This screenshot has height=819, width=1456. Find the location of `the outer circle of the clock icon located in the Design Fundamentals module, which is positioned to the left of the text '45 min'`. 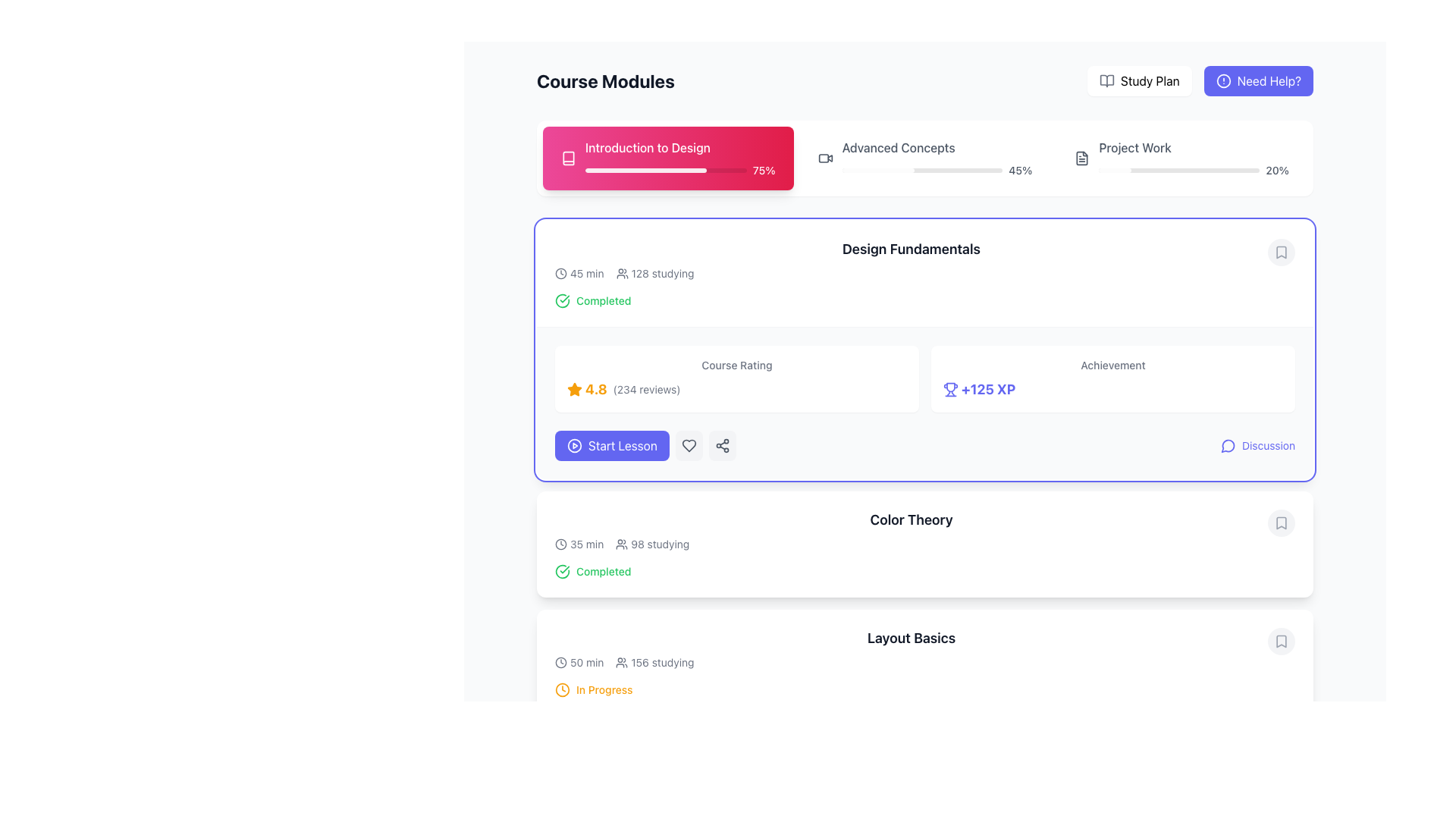

the outer circle of the clock icon located in the Design Fundamentals module, which is positioned to the left of the text '45 min' is located at coordinates (560, 274).